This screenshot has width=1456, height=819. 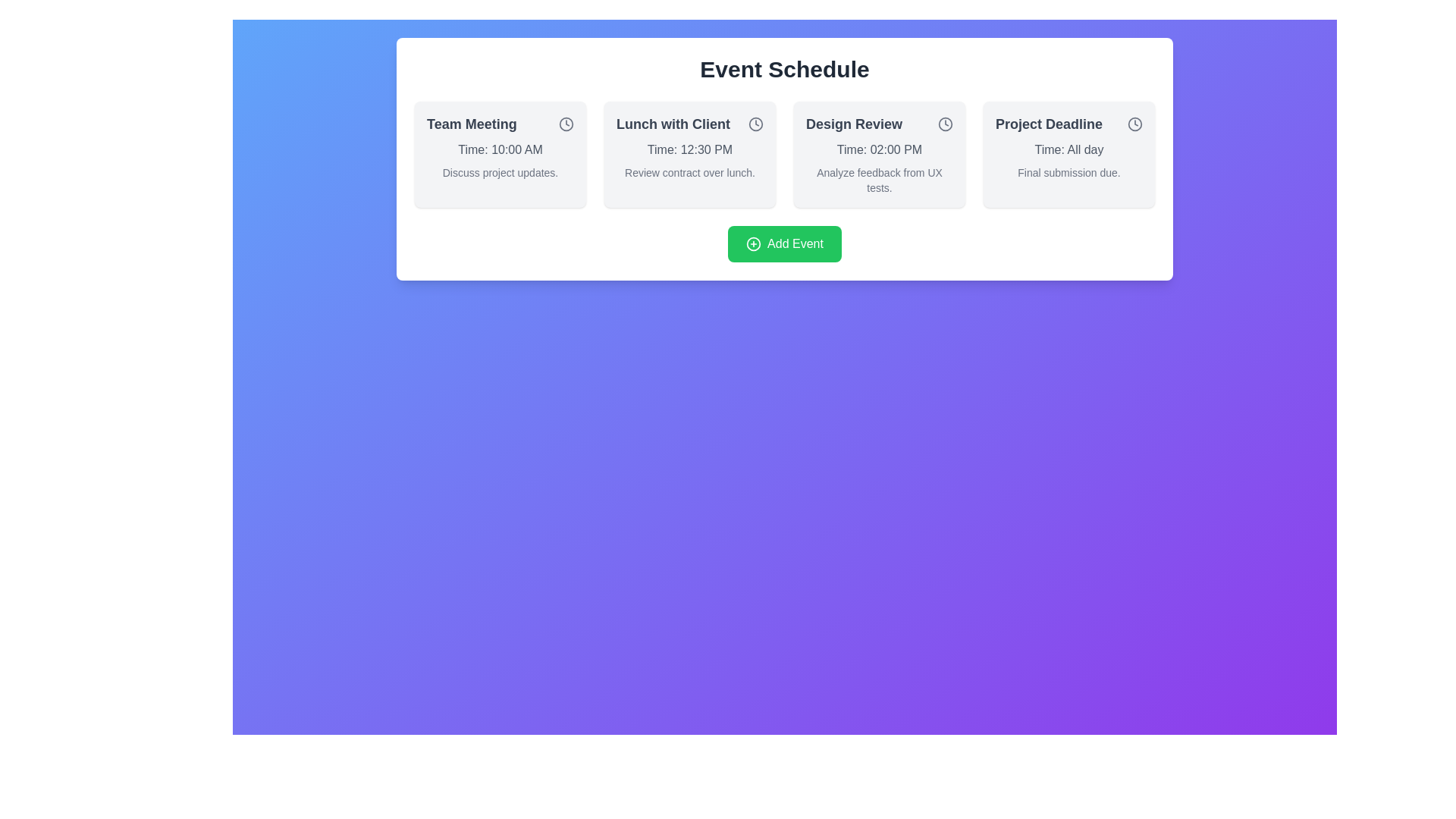 What do you see at coordinates (1135, 124) in the screenshot?
I see `the clock icon located to the right of the 'Project Deadline' text in the last column of the event schedule card` at bounding box center [1135, 124].